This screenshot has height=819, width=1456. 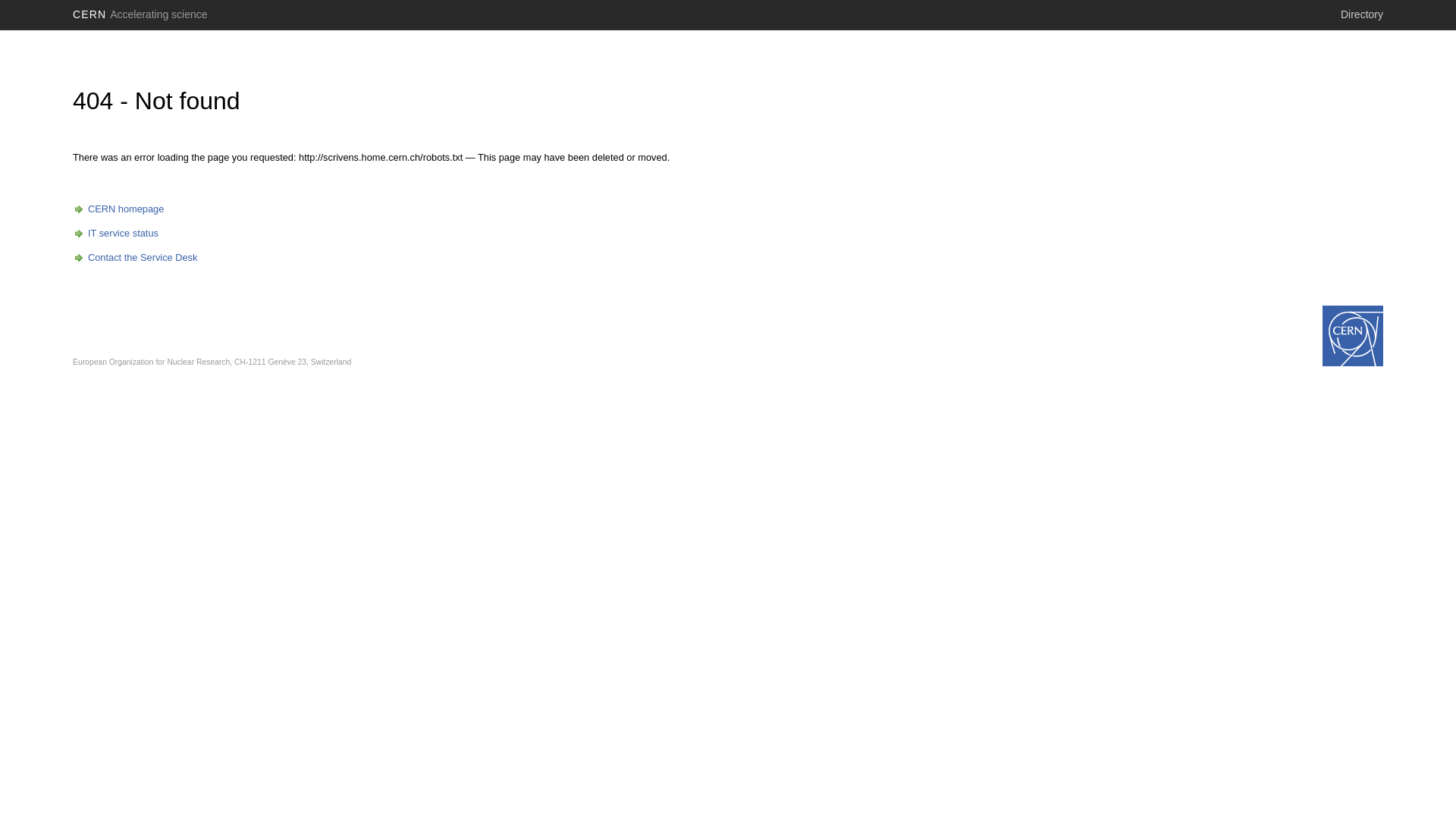 I want to click on 'Contact the Service Desk', so click(x=134, y=256).